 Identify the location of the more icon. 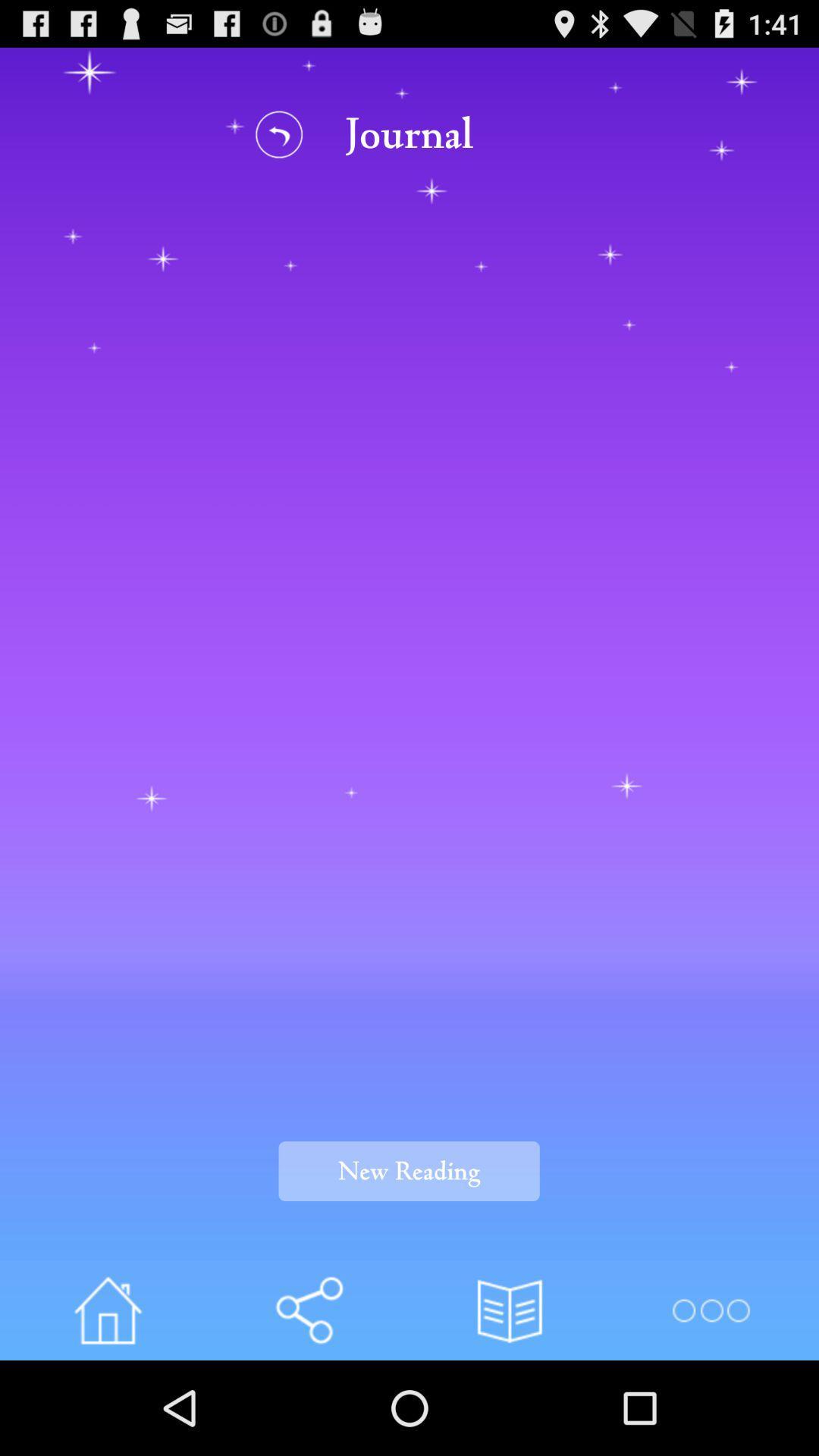
(711, 1401).